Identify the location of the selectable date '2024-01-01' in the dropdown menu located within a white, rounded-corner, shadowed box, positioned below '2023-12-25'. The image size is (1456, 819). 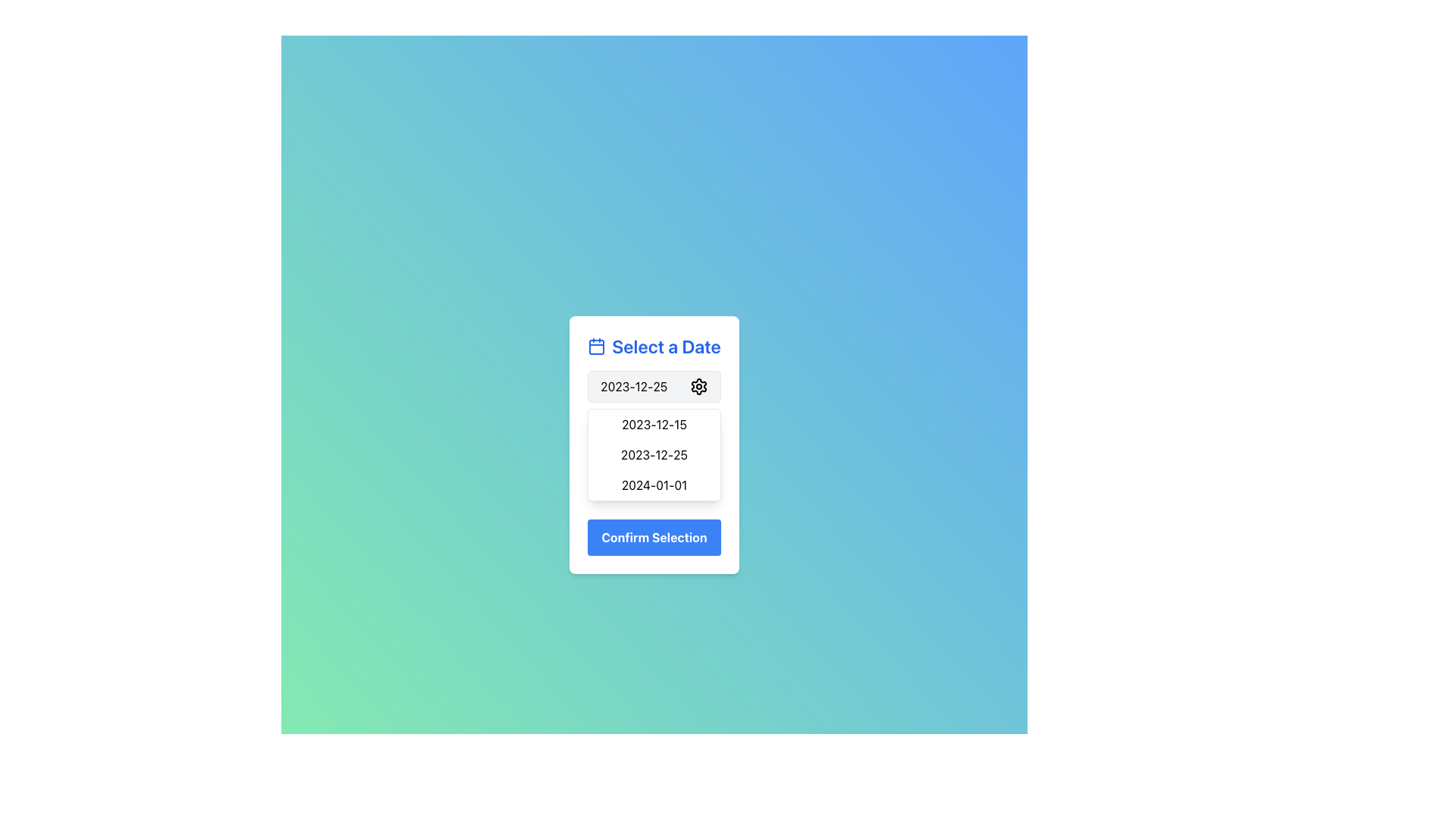
(654, 485).